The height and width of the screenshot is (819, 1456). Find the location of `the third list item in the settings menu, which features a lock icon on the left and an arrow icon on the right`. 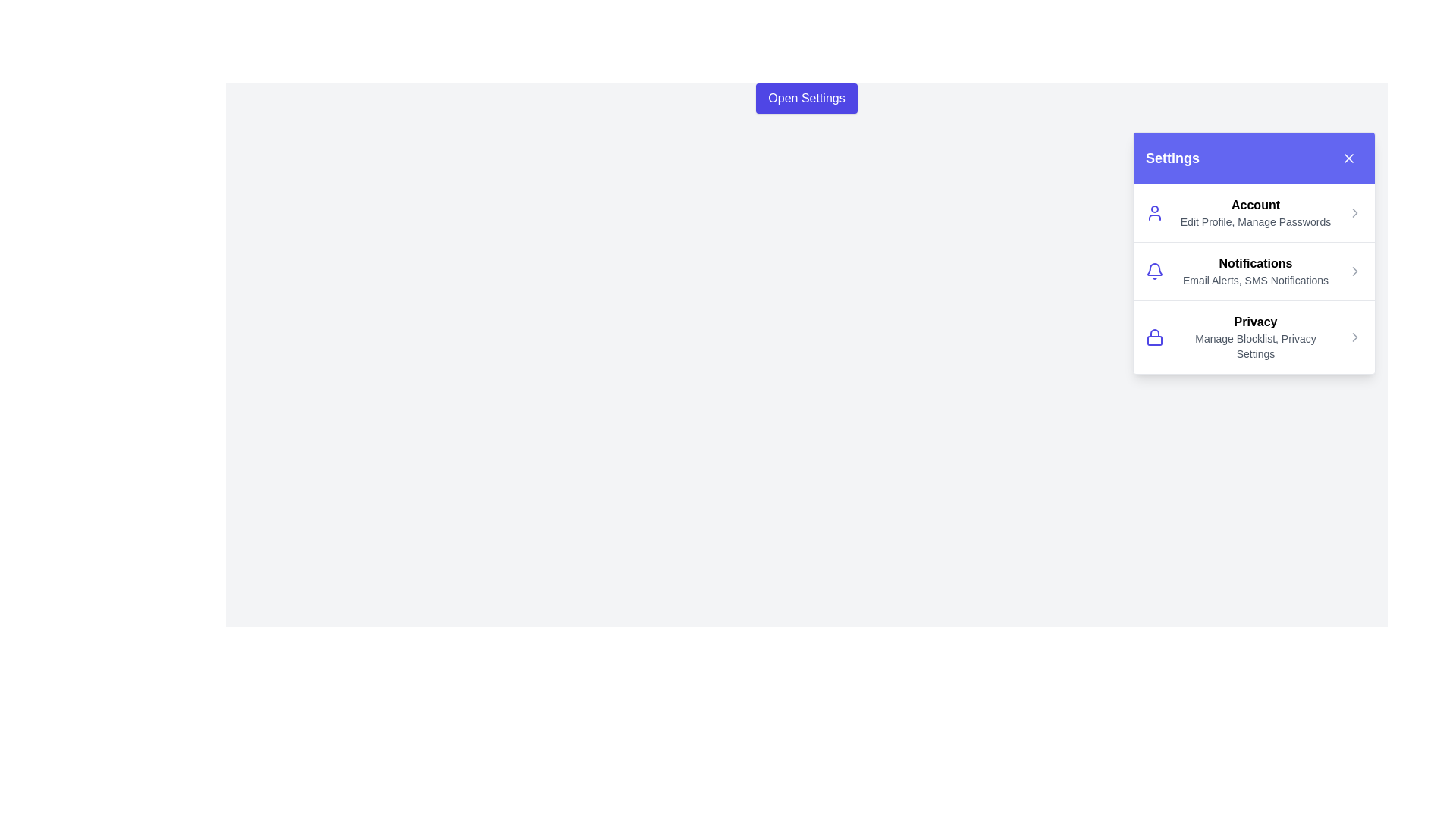

the third list item in the settings menu, which features a lock icon on the left and an arrow icon on the right is located at coordinates (1254, 336).